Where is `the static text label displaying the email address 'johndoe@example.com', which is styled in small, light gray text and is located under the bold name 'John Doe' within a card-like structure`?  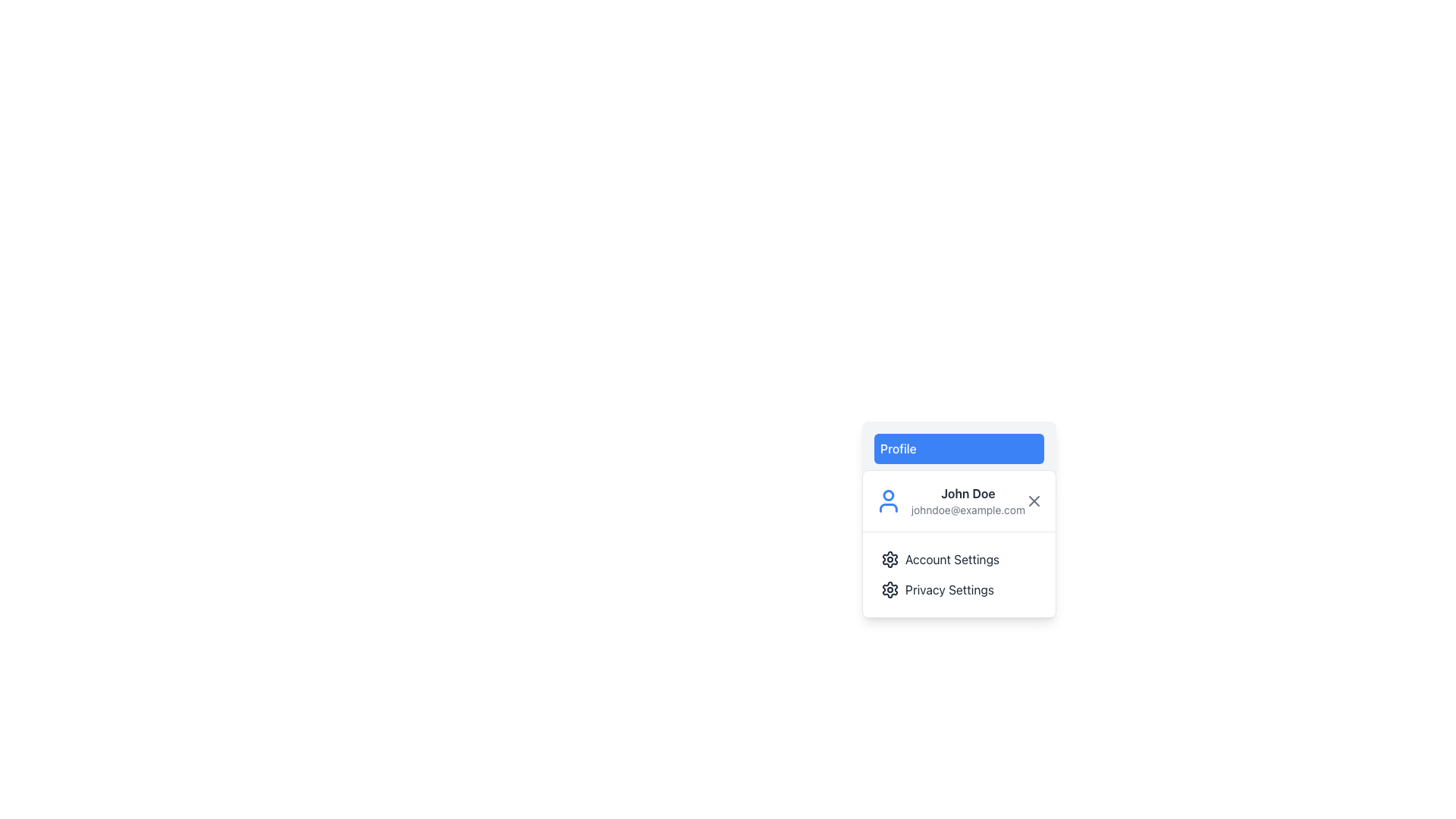 the static text label displaying the email address 'johndoe@example.com', which is styled in small, light gray text and is located under the bold name 'John Doe' within a card-like structure is located at coordinates (967, 510).